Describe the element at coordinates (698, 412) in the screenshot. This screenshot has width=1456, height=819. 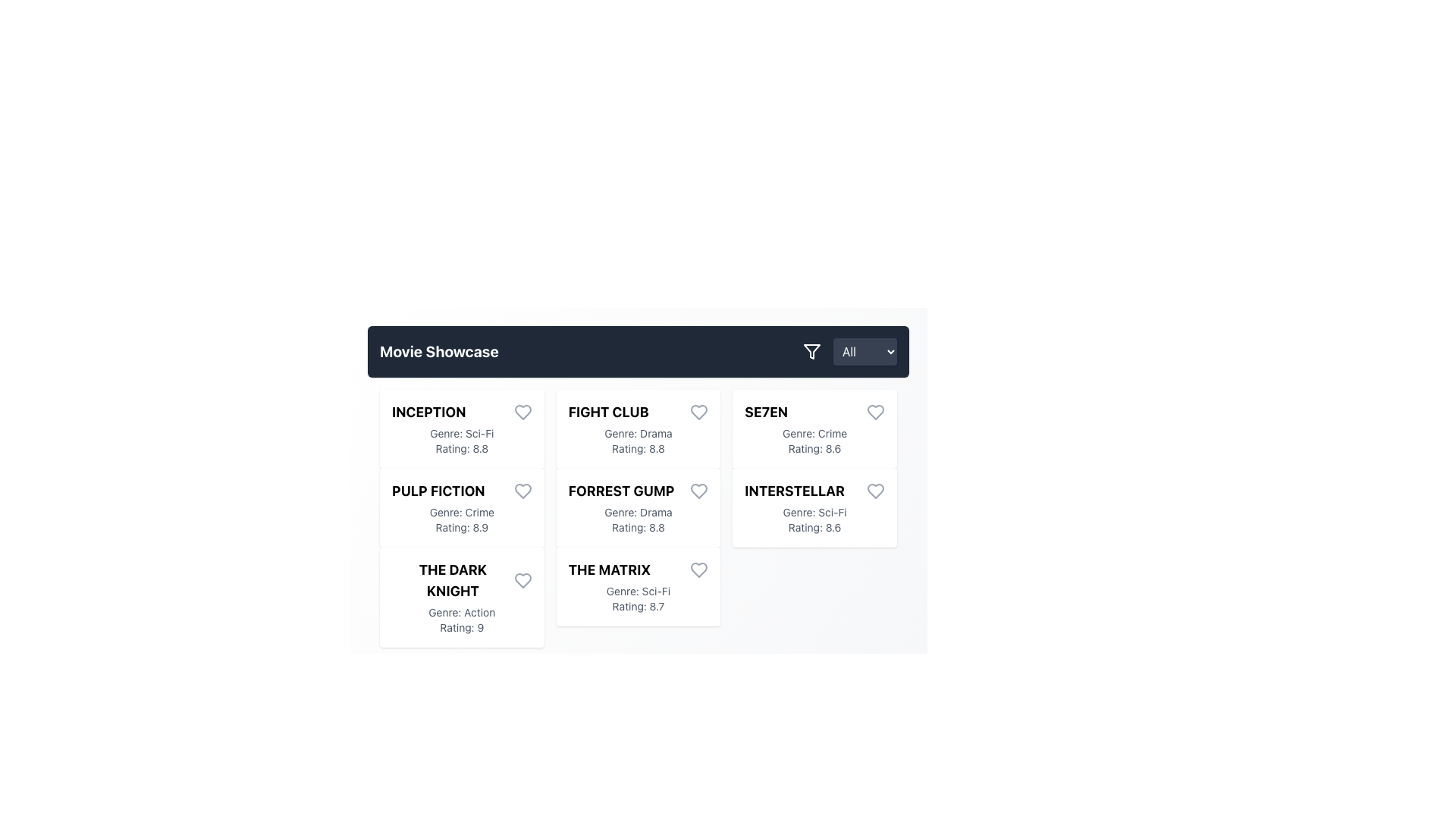
I see `the heart-shaped icon with thin borders, styled in light gray, located in the top-right corner of the 'FIGHT CLUB' card in the Movie Showcase section` at that location.